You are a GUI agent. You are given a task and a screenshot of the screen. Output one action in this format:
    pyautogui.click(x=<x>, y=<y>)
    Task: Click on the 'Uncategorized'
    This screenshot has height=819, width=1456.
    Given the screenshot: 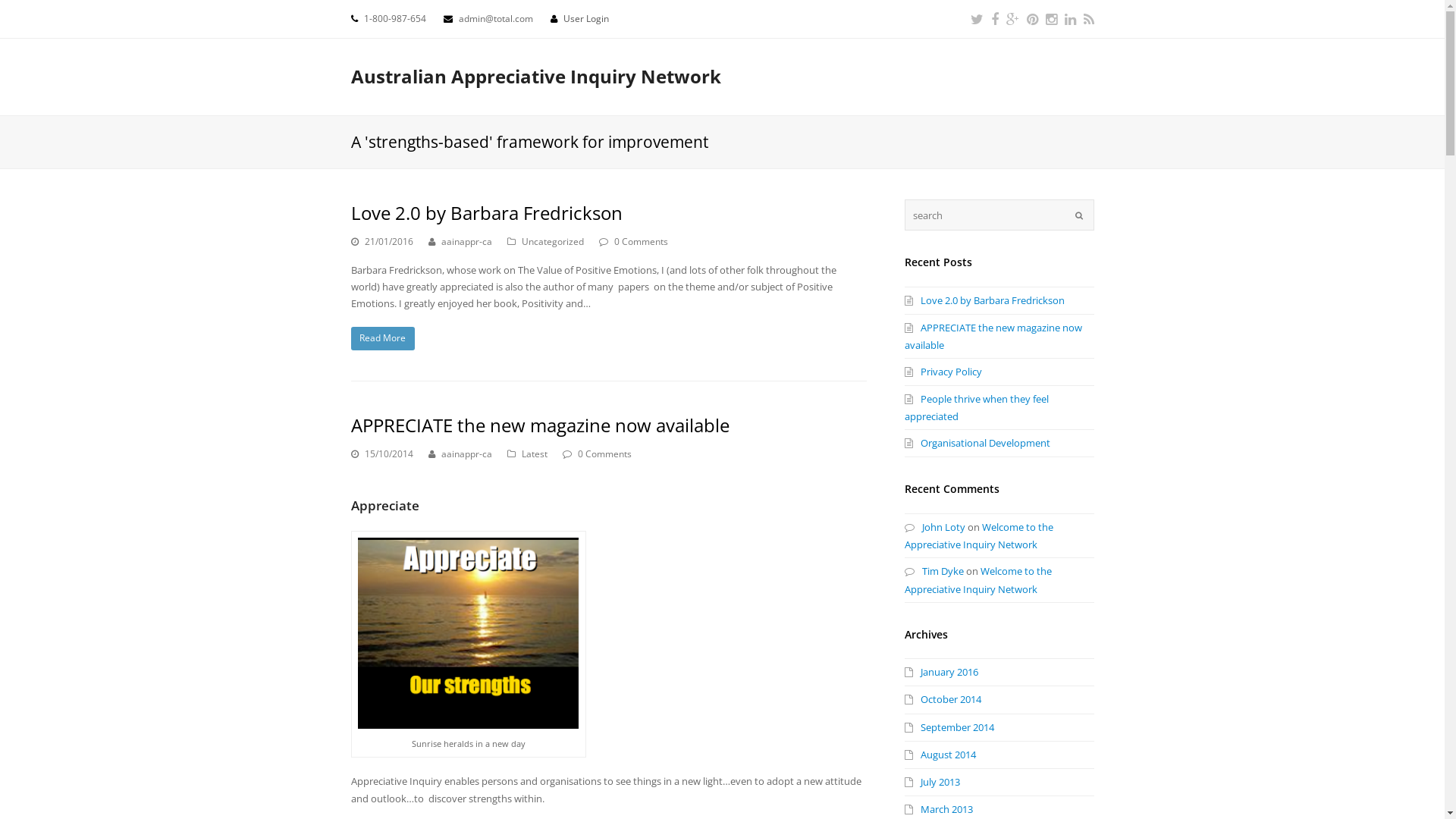 What is the action you would take?
    pyautogui.click(x=552, y=240)
    